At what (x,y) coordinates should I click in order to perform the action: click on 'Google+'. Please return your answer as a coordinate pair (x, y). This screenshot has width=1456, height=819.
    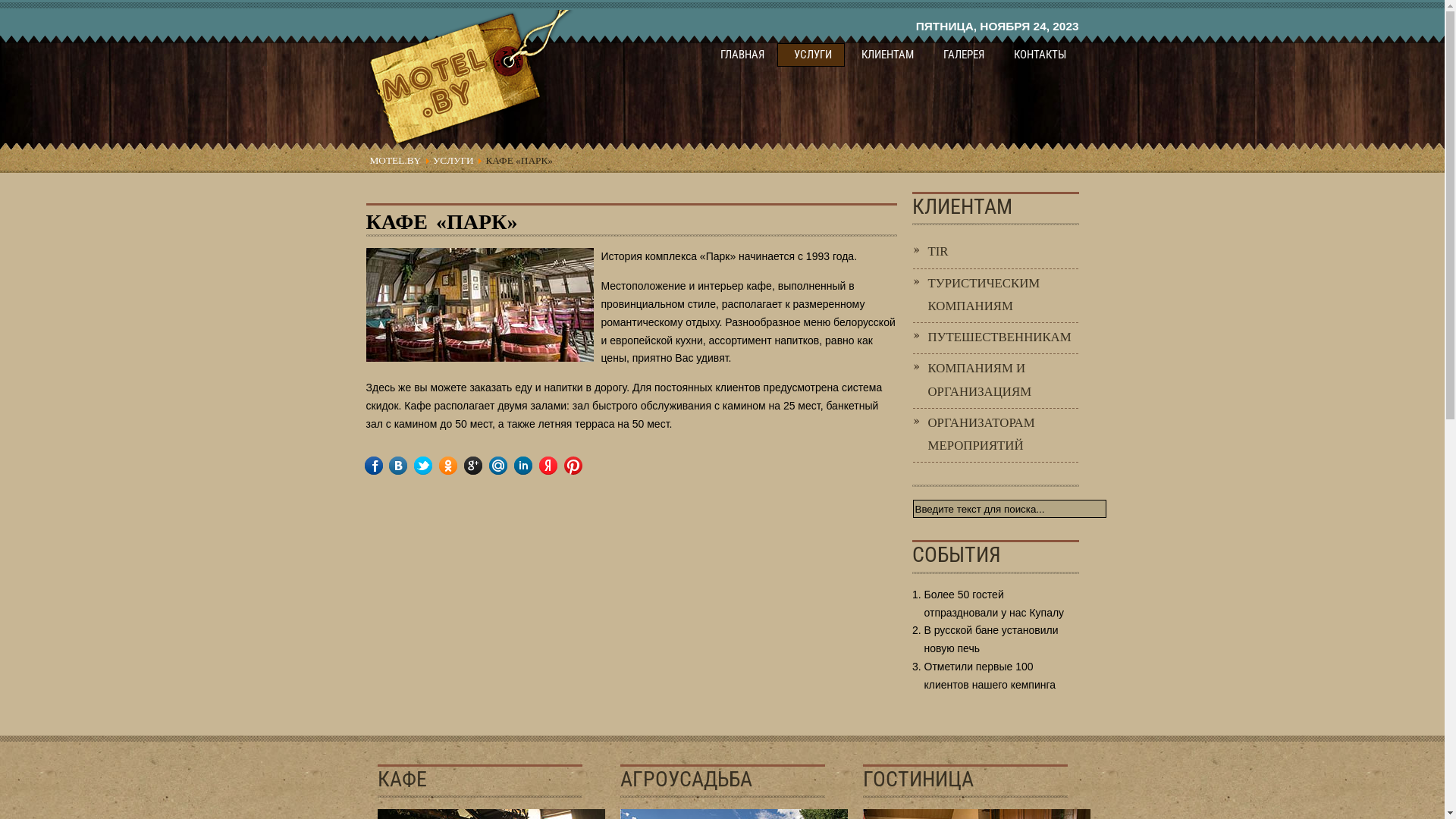
    Looking at the image, I should click on (483, 464).